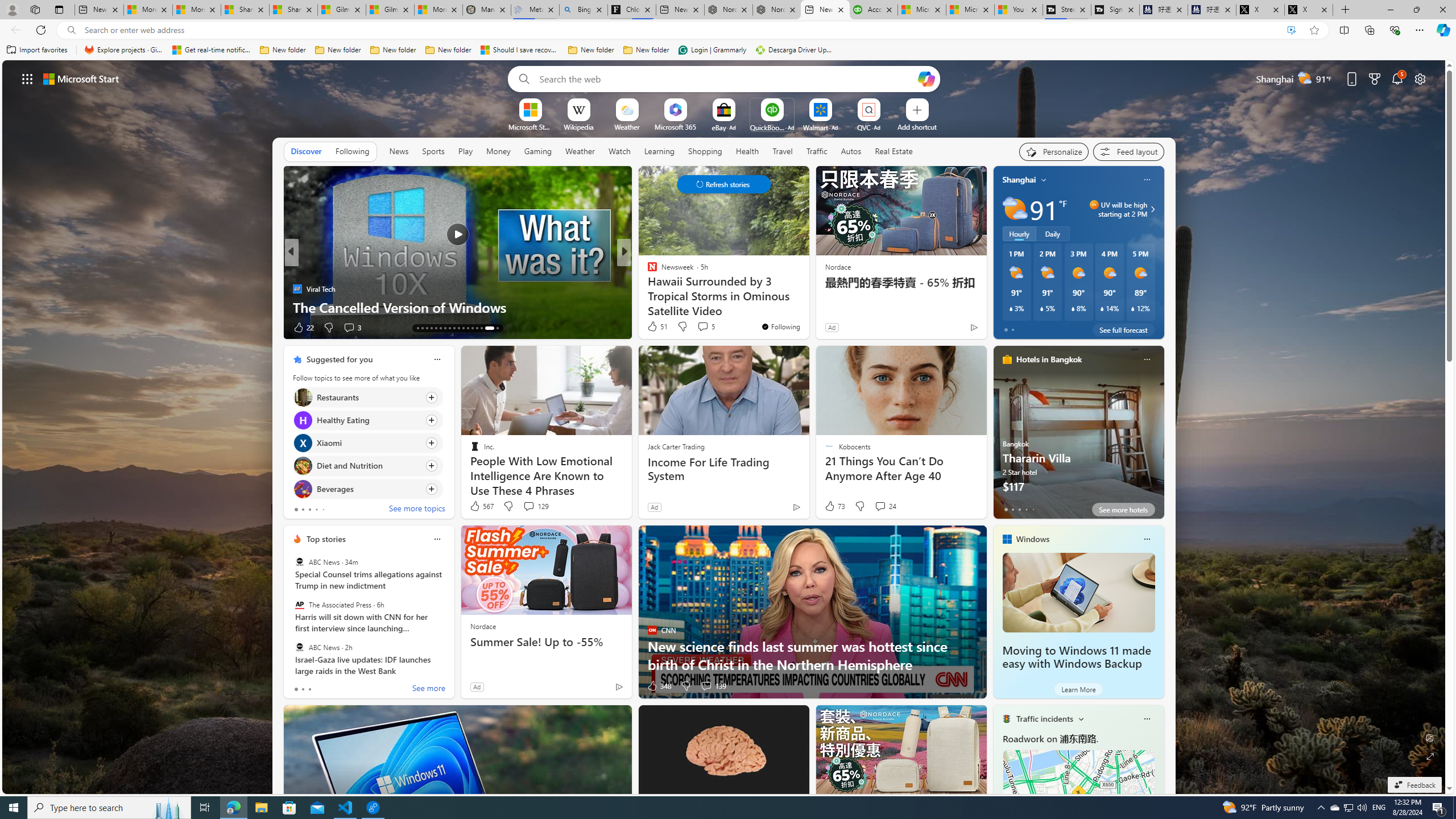 This screenshot has height=819, width=1456. I want to click on 'Descarga Driver Updater', so click(795, 49).